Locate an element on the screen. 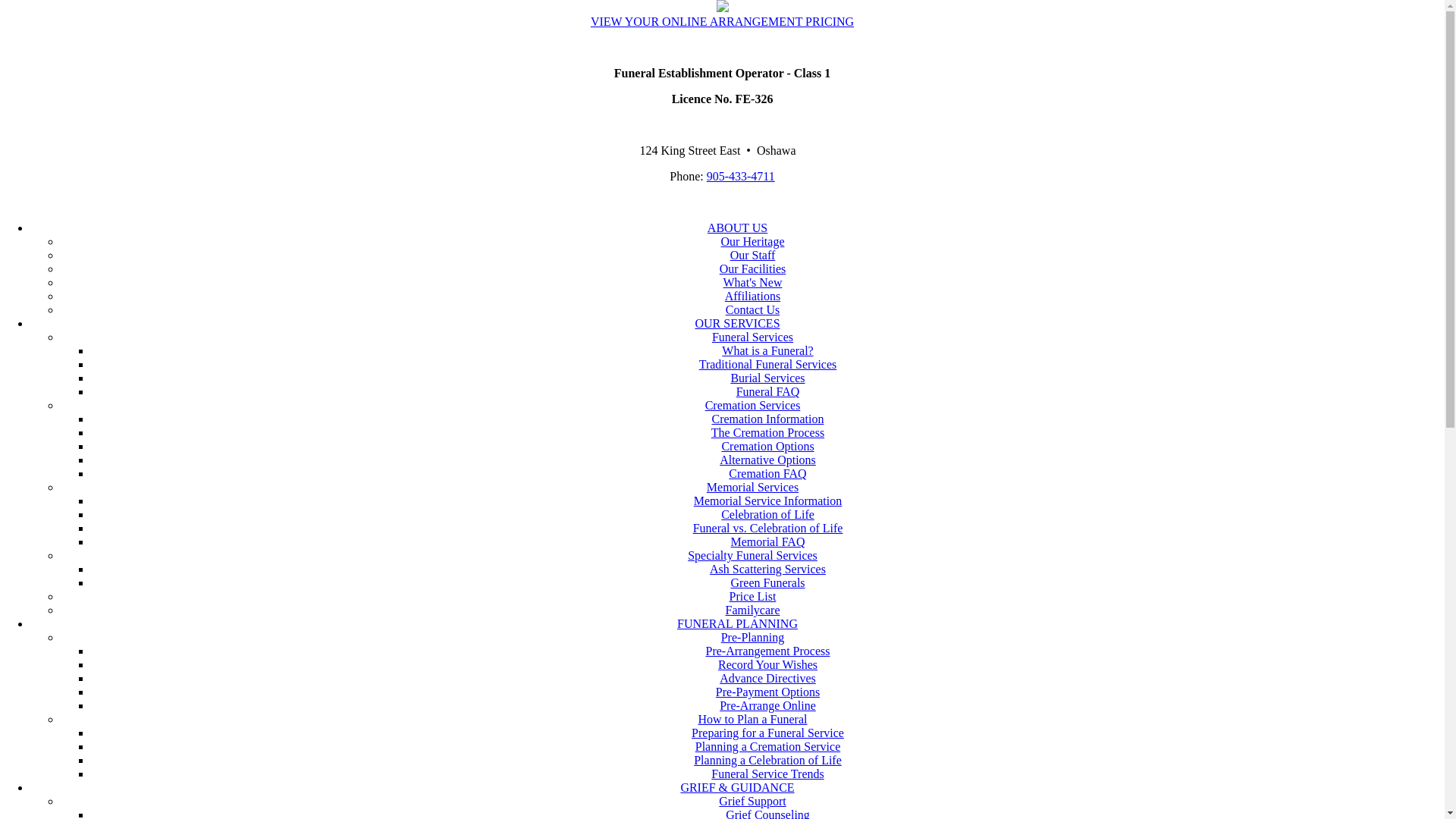  'Our Heritage' is located at coordinates (720, 240).